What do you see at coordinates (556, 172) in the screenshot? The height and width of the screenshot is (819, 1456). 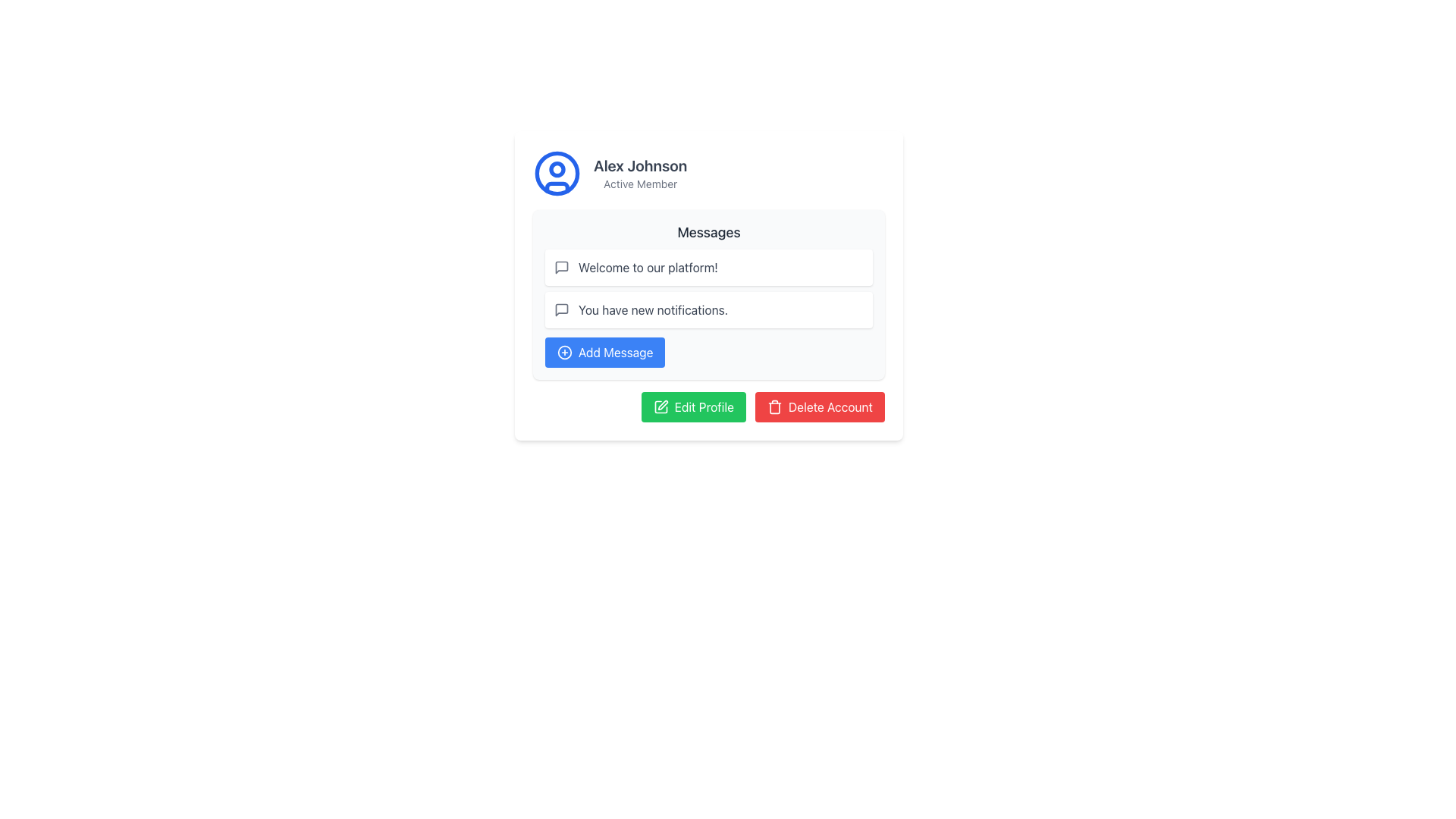 I see `outermost blue circular outline of the SVG user profile icon located at the top left of the user details card for debugging purposes` at bounding box center [556, 172].